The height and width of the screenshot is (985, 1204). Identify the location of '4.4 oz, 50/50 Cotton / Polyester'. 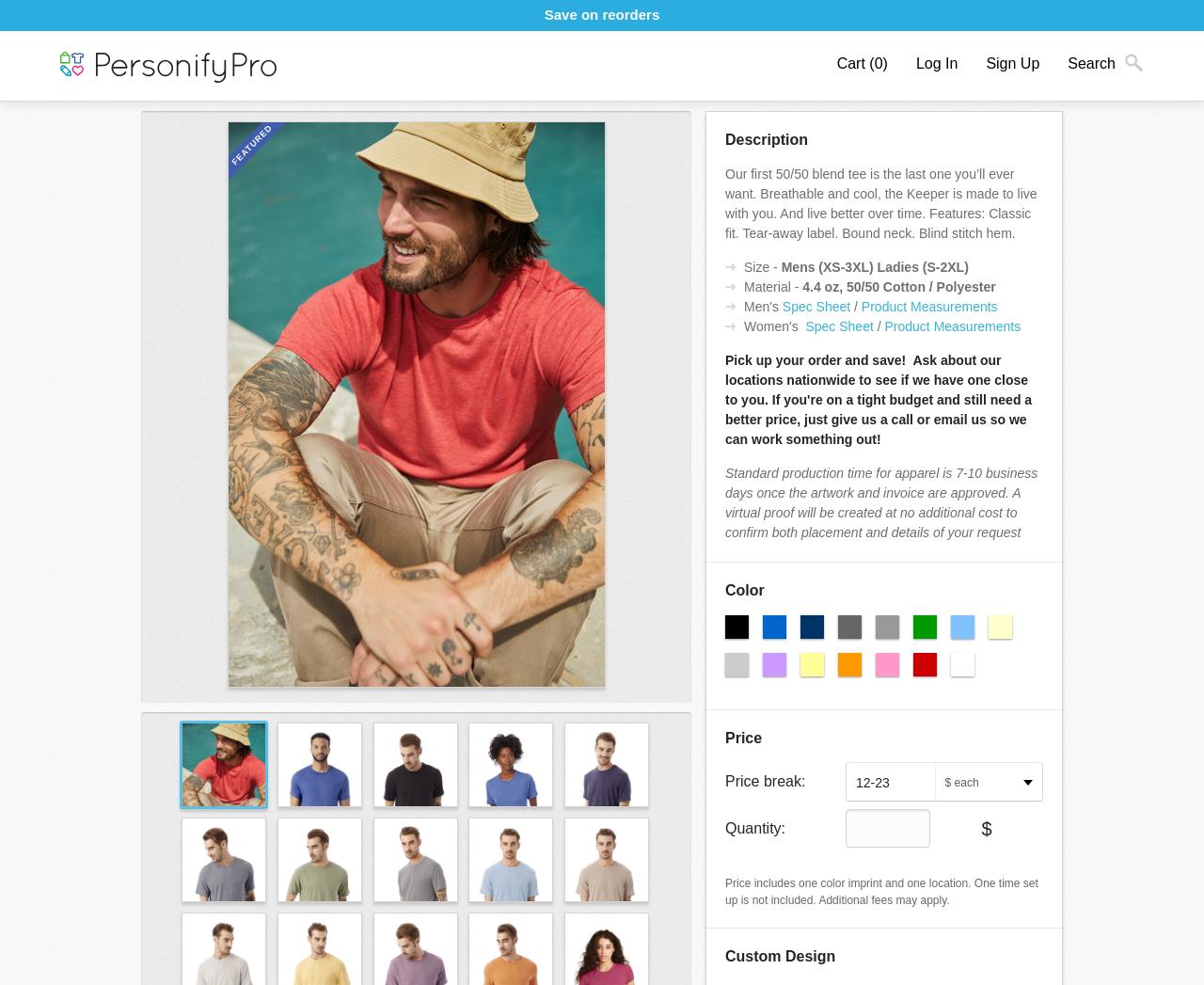
(897, 285).